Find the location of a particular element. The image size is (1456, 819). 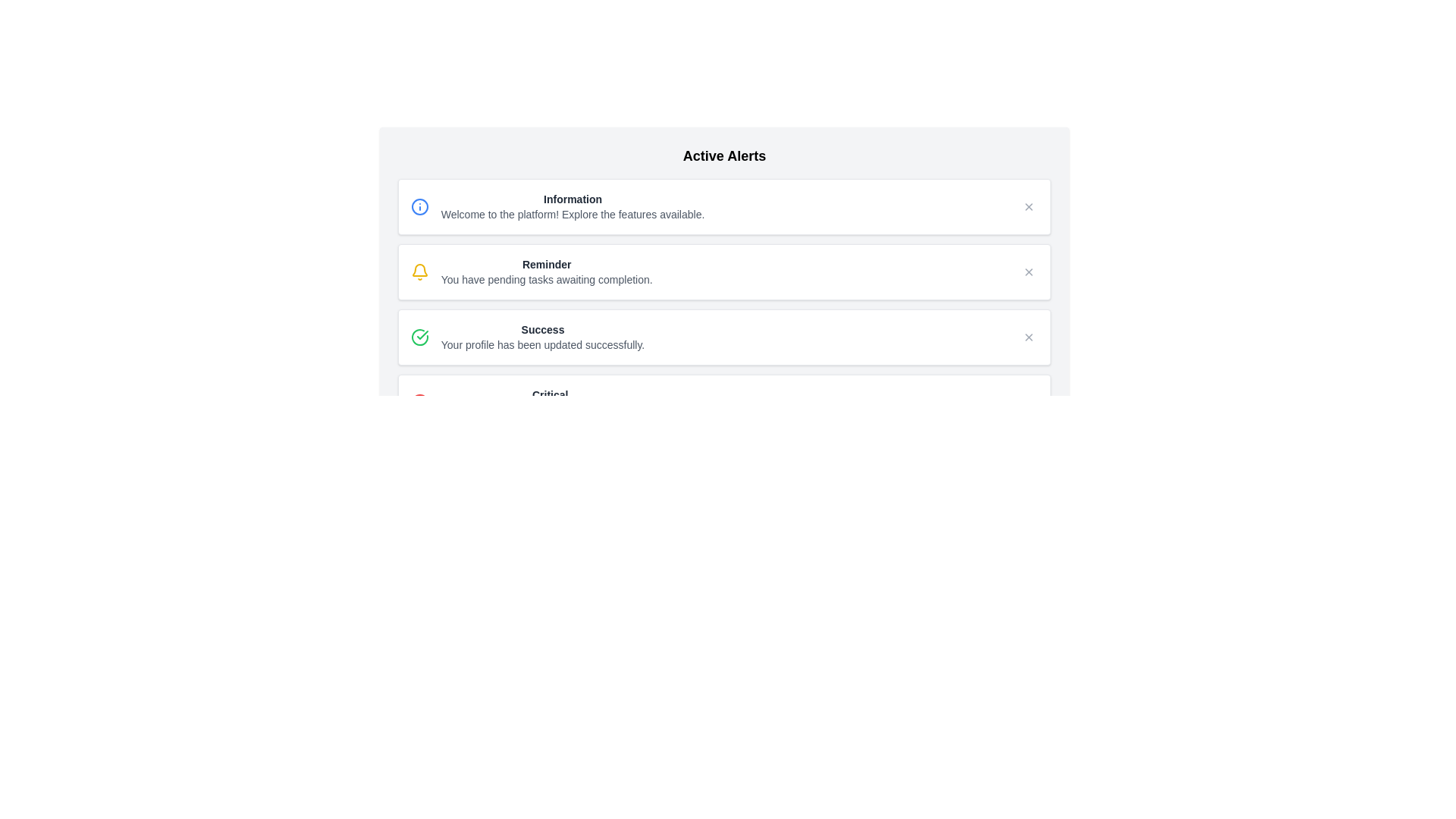

the static text element displaying the message 'Welcome to the platform! Explore the features available.' which is located beneath the heading 'Information' is located at coordinates (572, 214).